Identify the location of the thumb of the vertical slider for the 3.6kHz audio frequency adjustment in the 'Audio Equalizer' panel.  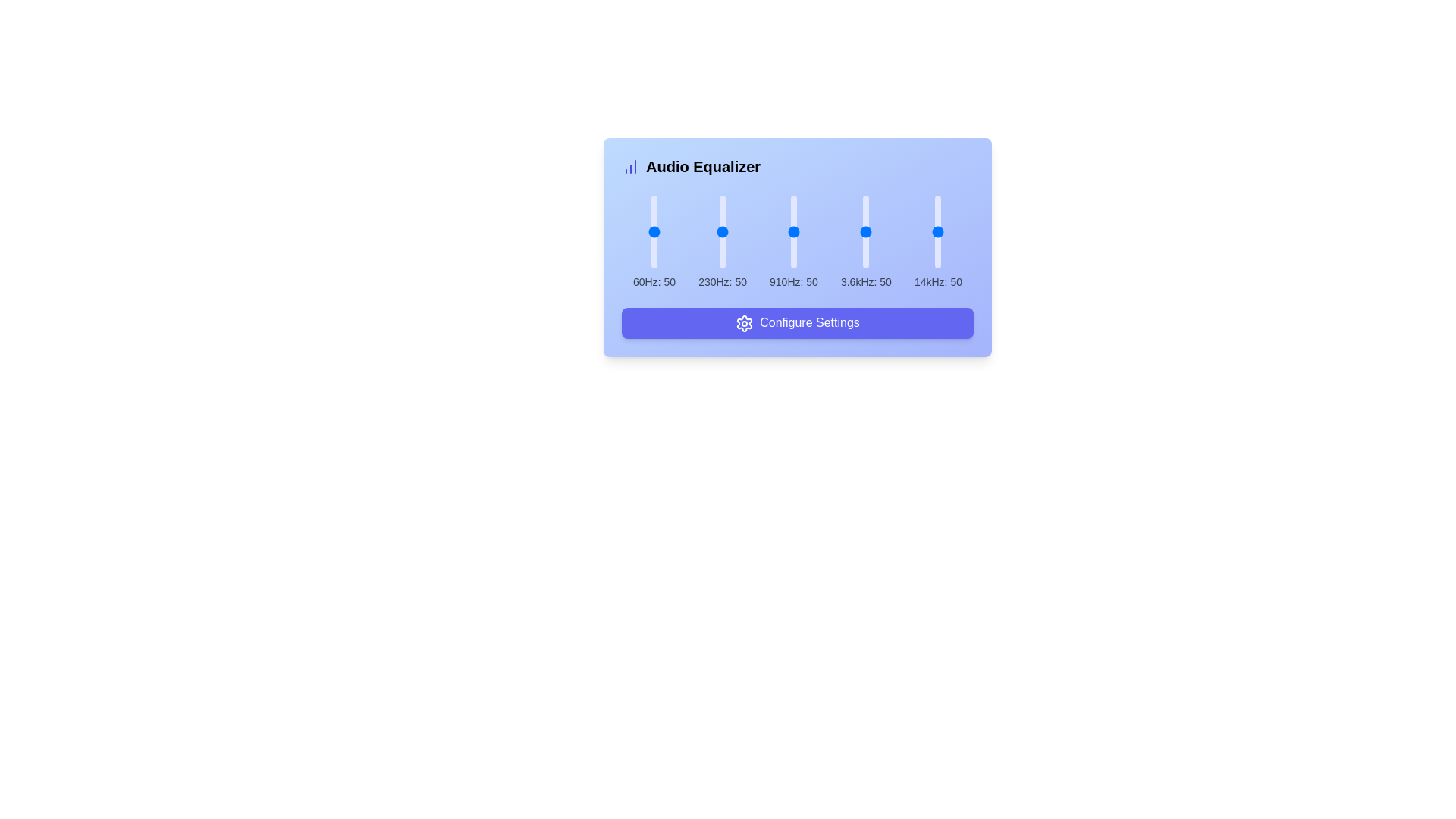
(866, 205).